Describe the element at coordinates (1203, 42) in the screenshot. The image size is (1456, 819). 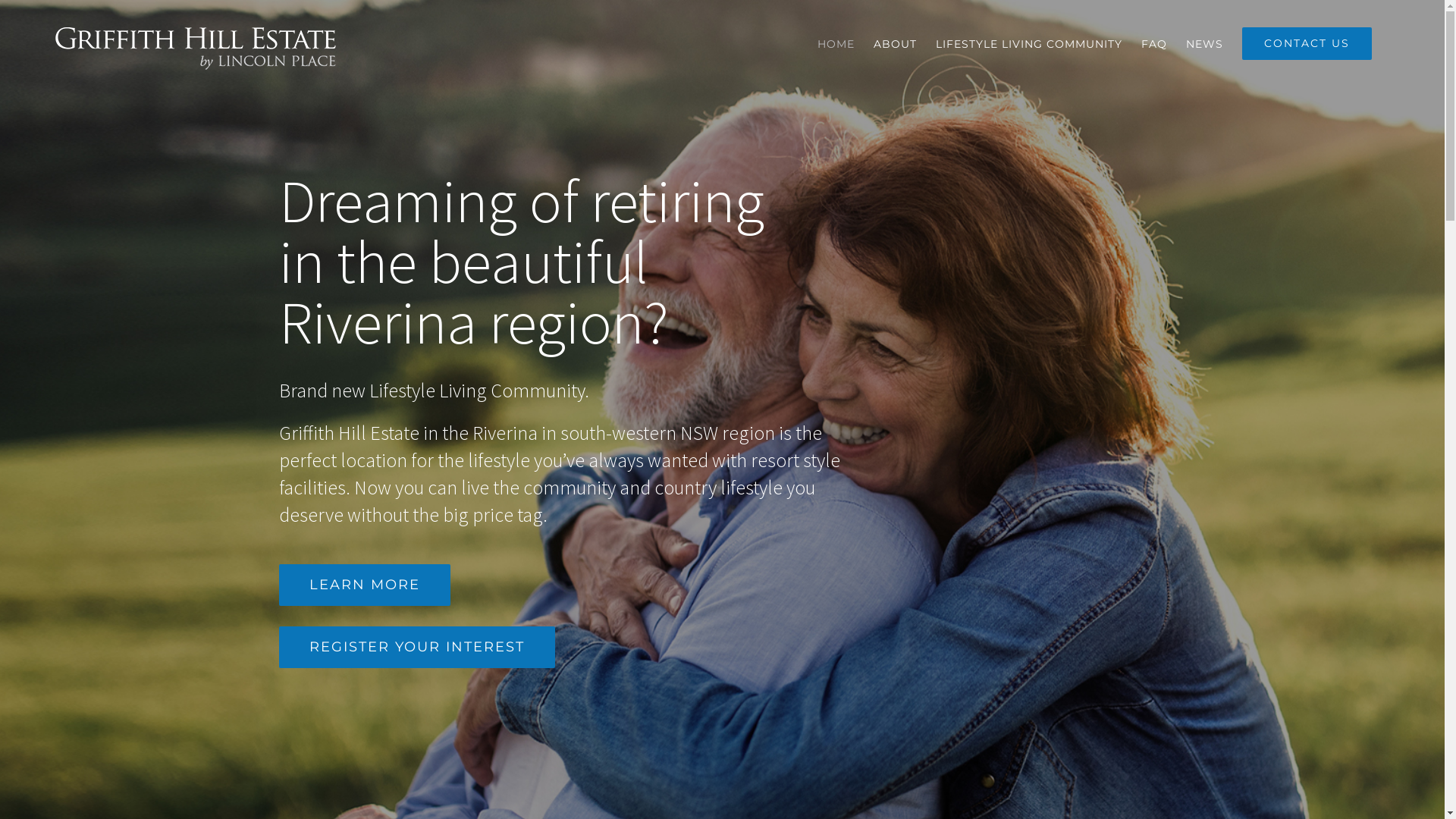
I see `'NEWS'` at that location.